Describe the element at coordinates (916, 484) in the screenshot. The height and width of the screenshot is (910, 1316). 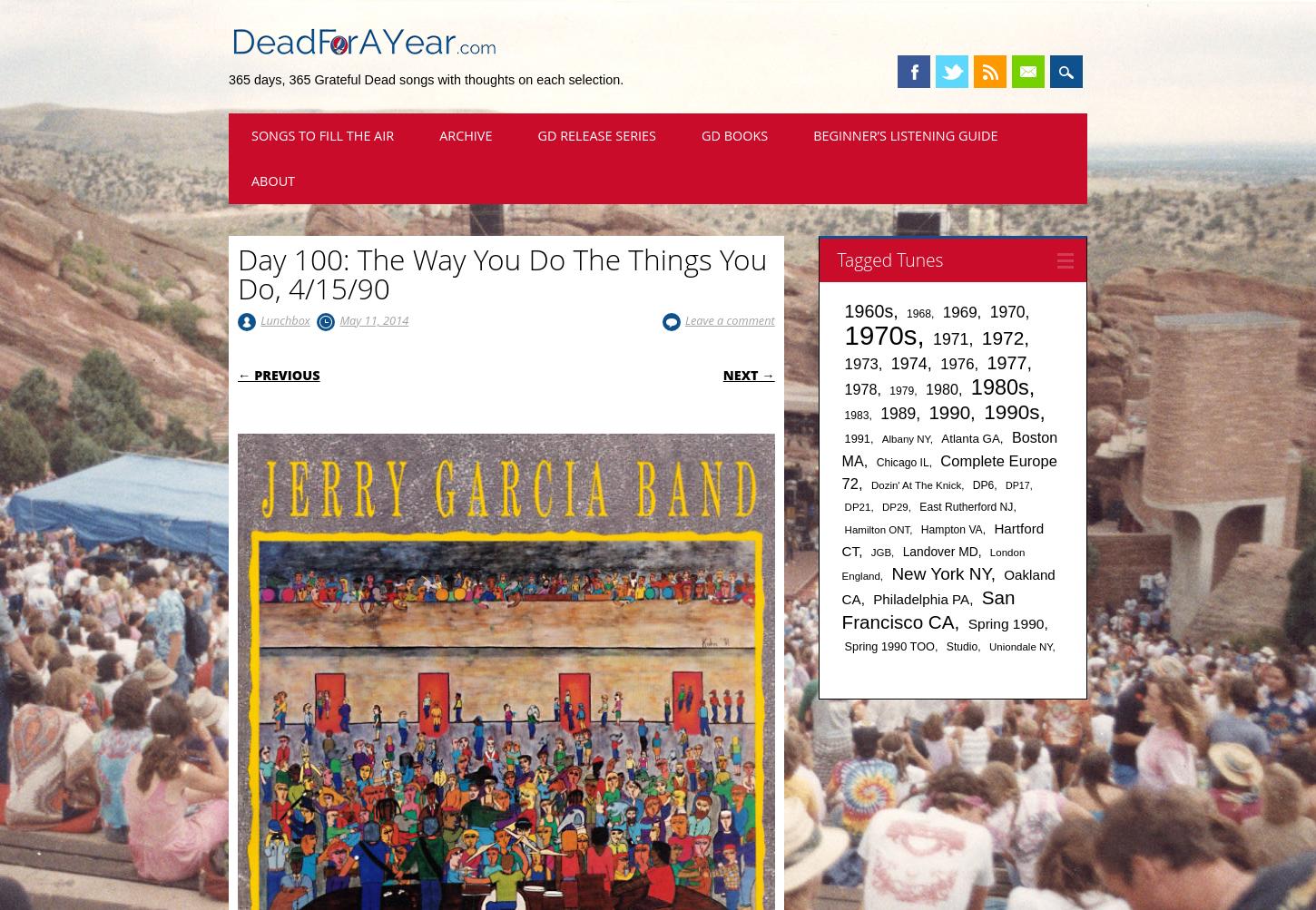
I see `'Dozin' At The Knick'` at that location.